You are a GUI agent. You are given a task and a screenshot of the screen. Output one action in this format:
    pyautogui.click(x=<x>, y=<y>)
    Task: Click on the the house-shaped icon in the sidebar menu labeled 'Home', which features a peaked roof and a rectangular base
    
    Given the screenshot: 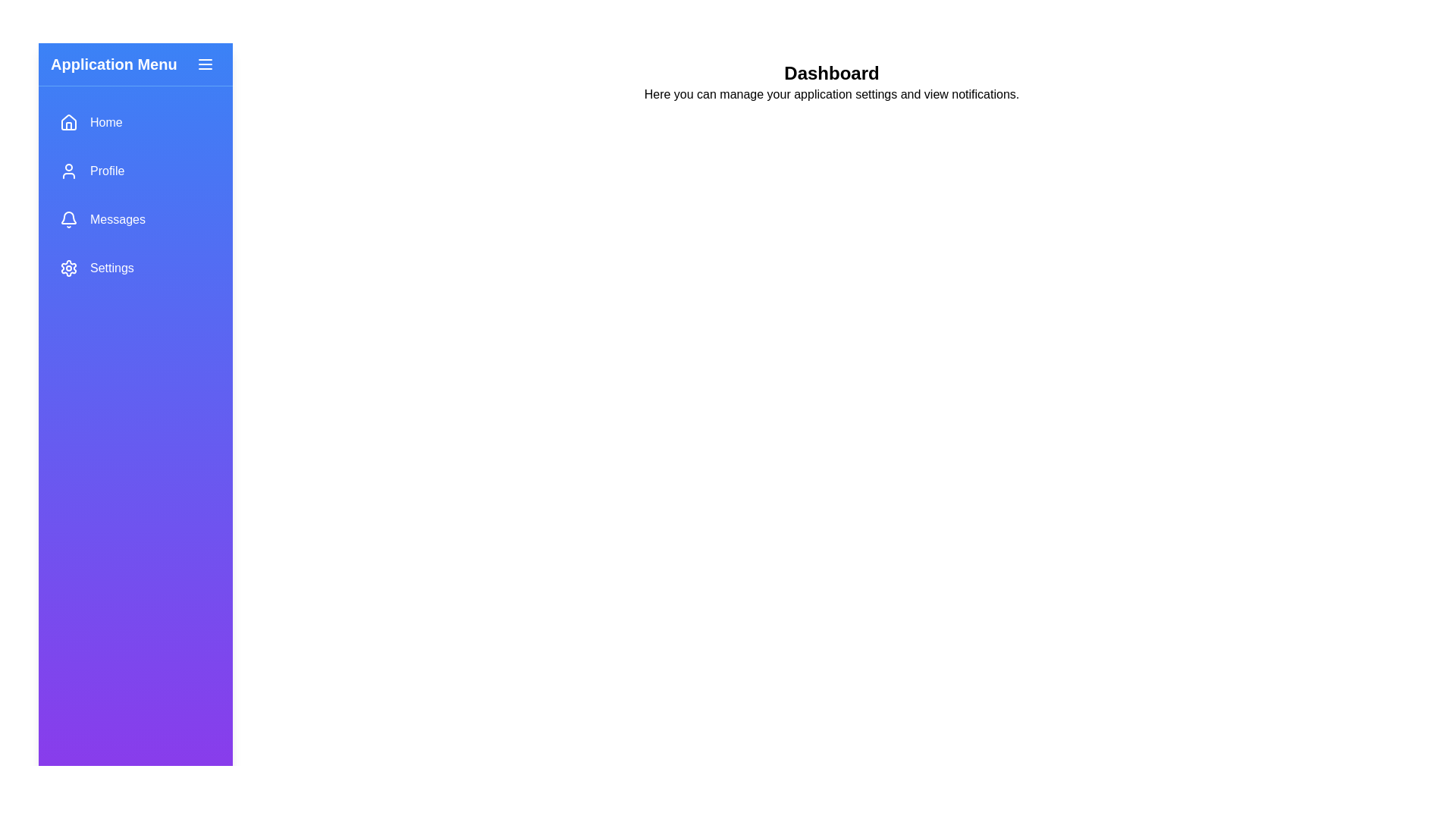 What is the action you would take?
    pyautogui.click(x=68, y=121)
    